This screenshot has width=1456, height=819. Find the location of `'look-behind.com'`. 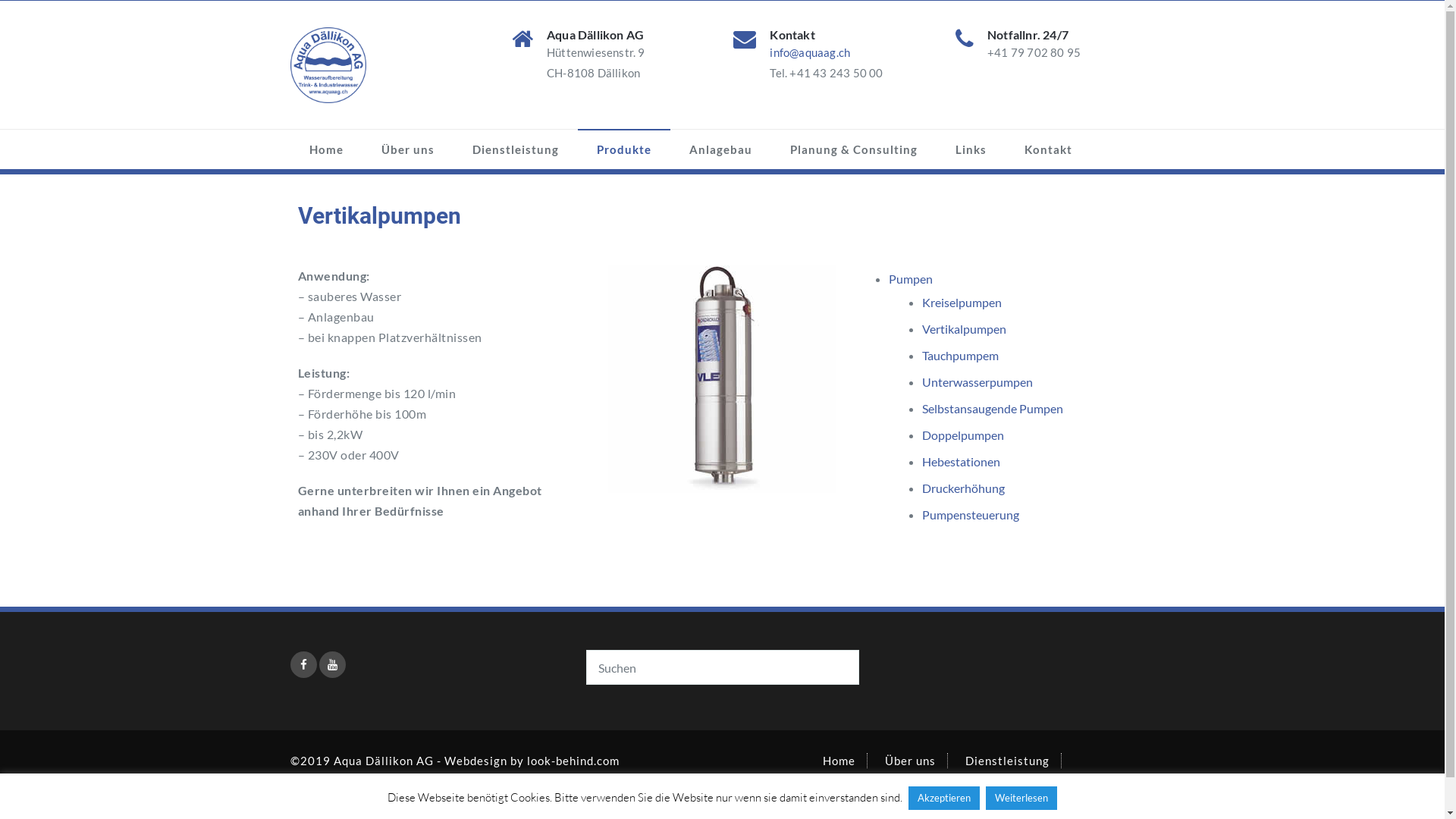

'look-behind.com' is located at coordinates (571, 760).